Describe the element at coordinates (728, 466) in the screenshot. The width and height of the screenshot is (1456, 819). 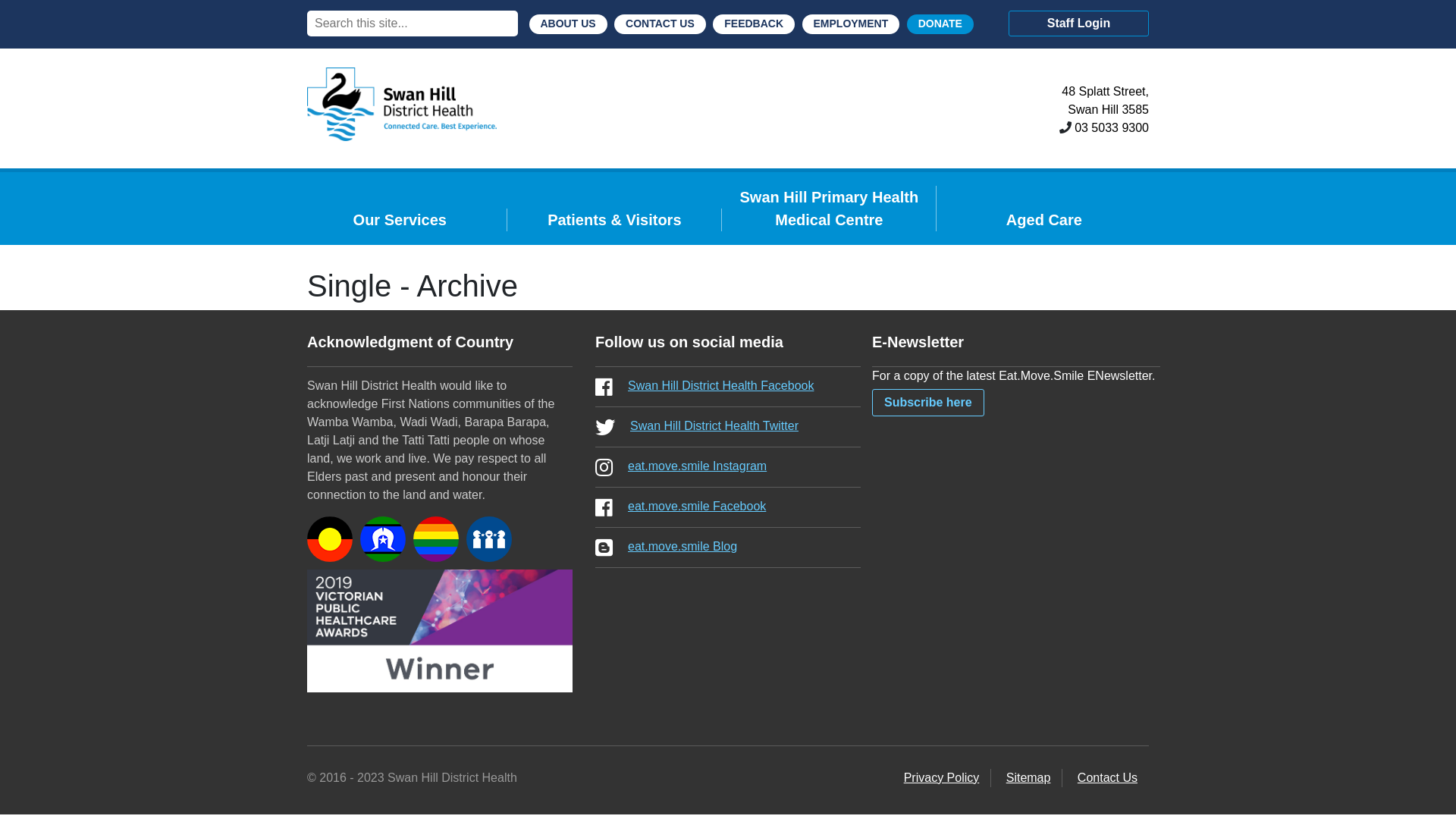
I see `'eat.move.smile Instagram'` at that location.